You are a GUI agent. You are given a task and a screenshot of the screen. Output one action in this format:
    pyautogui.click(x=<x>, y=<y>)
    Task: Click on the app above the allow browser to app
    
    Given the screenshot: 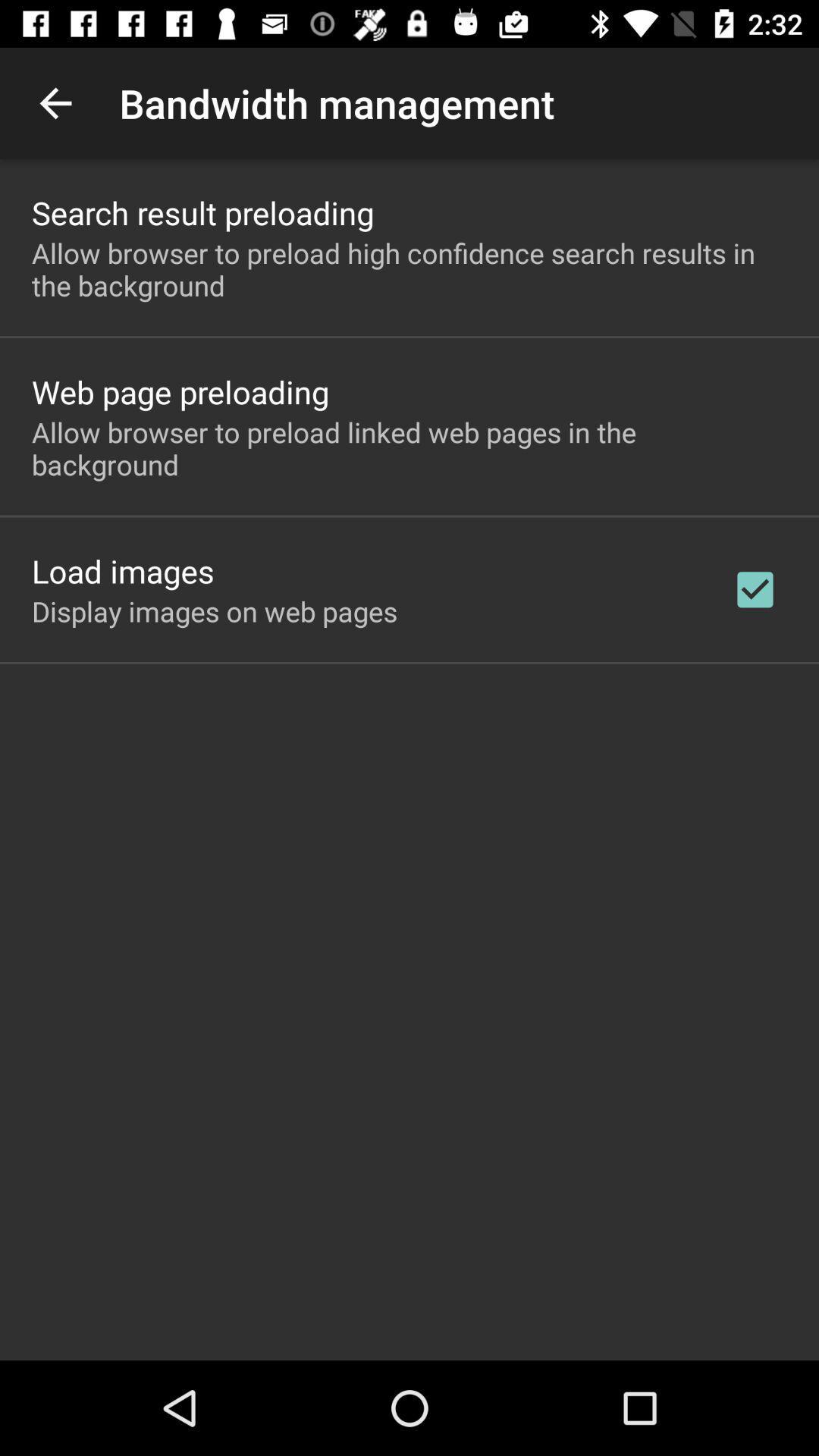 What is the action you would take?
    pyautogui.click(x=180, y=391)
    